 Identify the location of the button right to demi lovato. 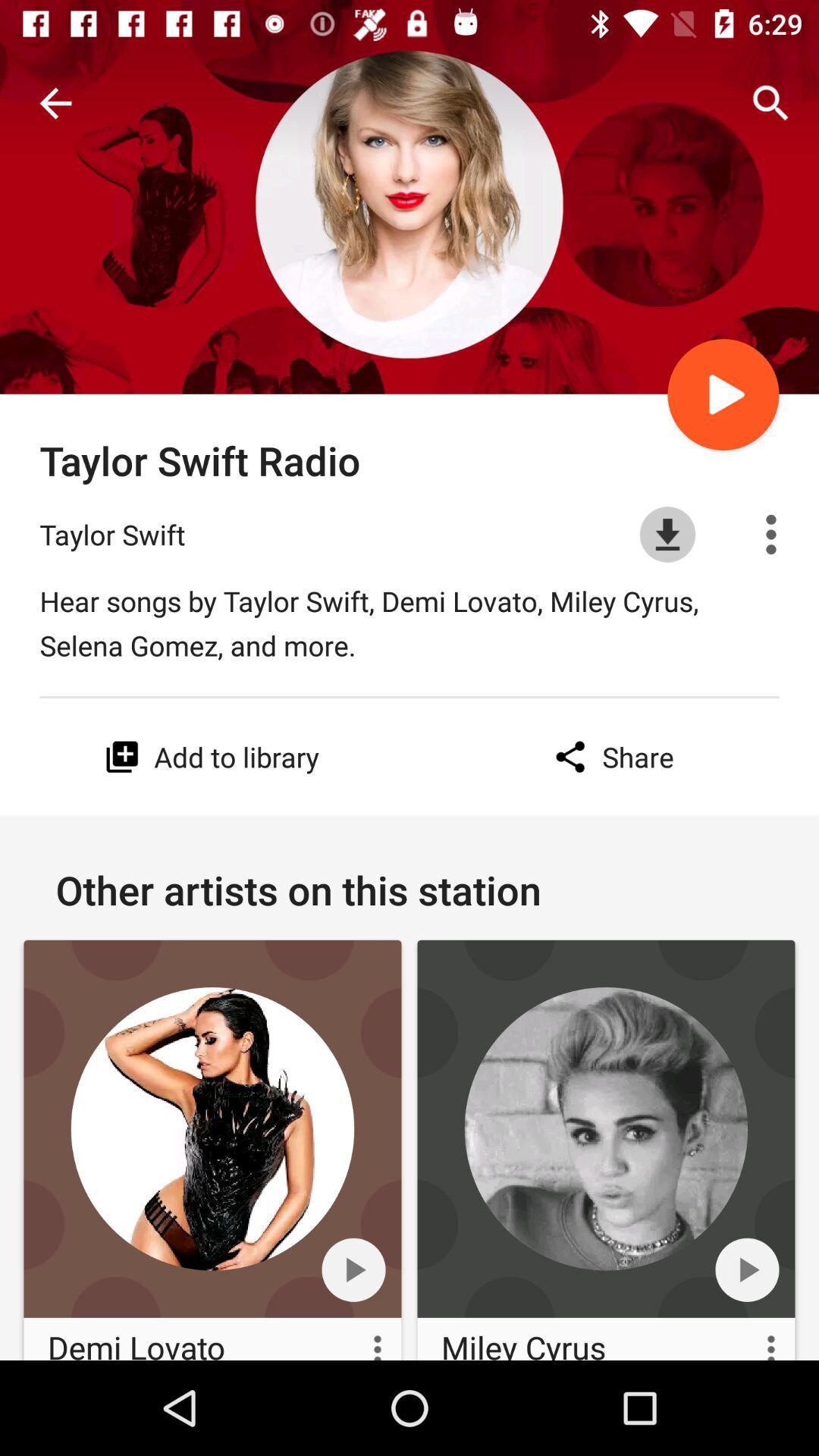
(362, 1339).